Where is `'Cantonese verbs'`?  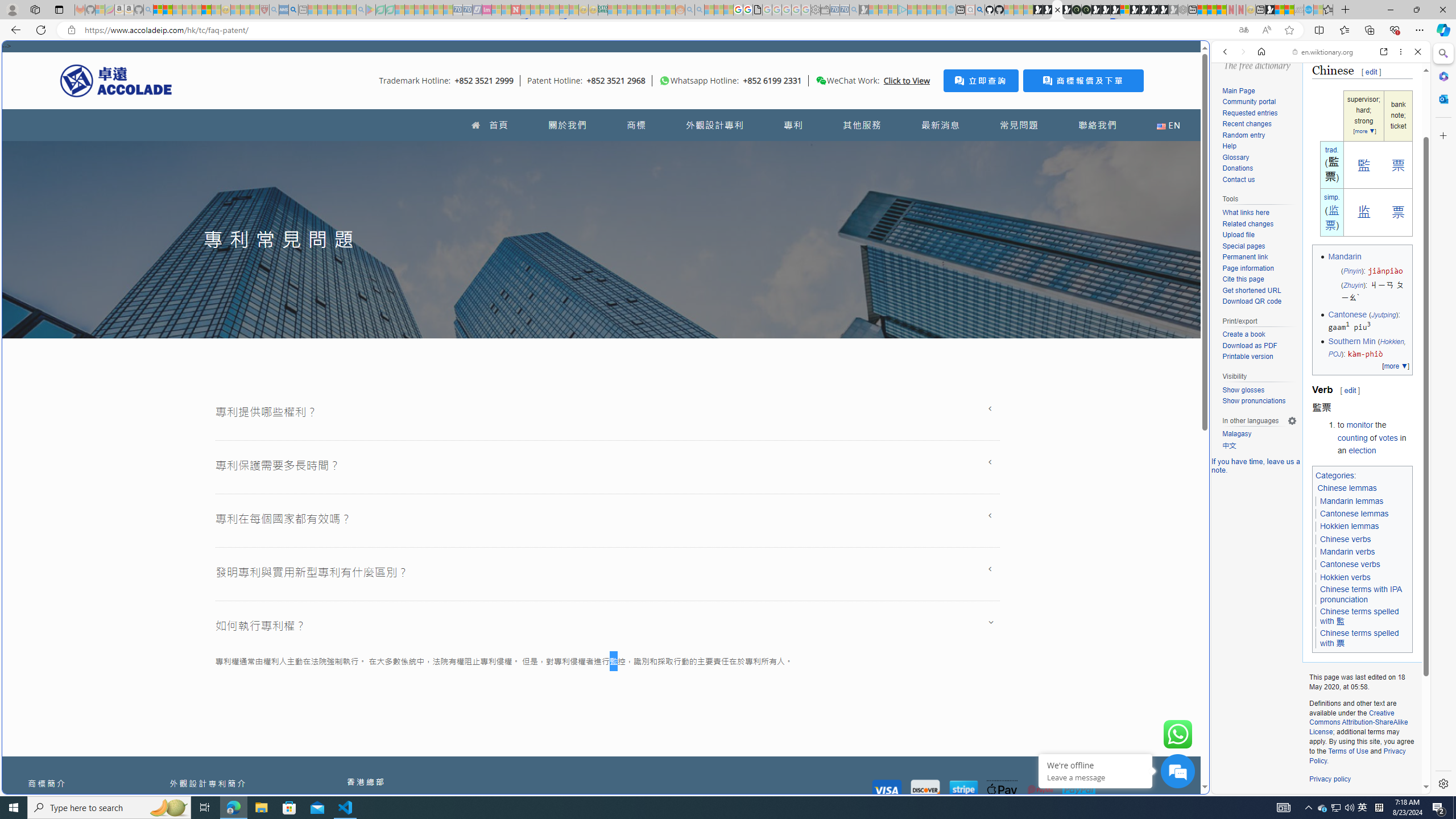
'Cantonese verbs' is located at coordinates (1350, 564).